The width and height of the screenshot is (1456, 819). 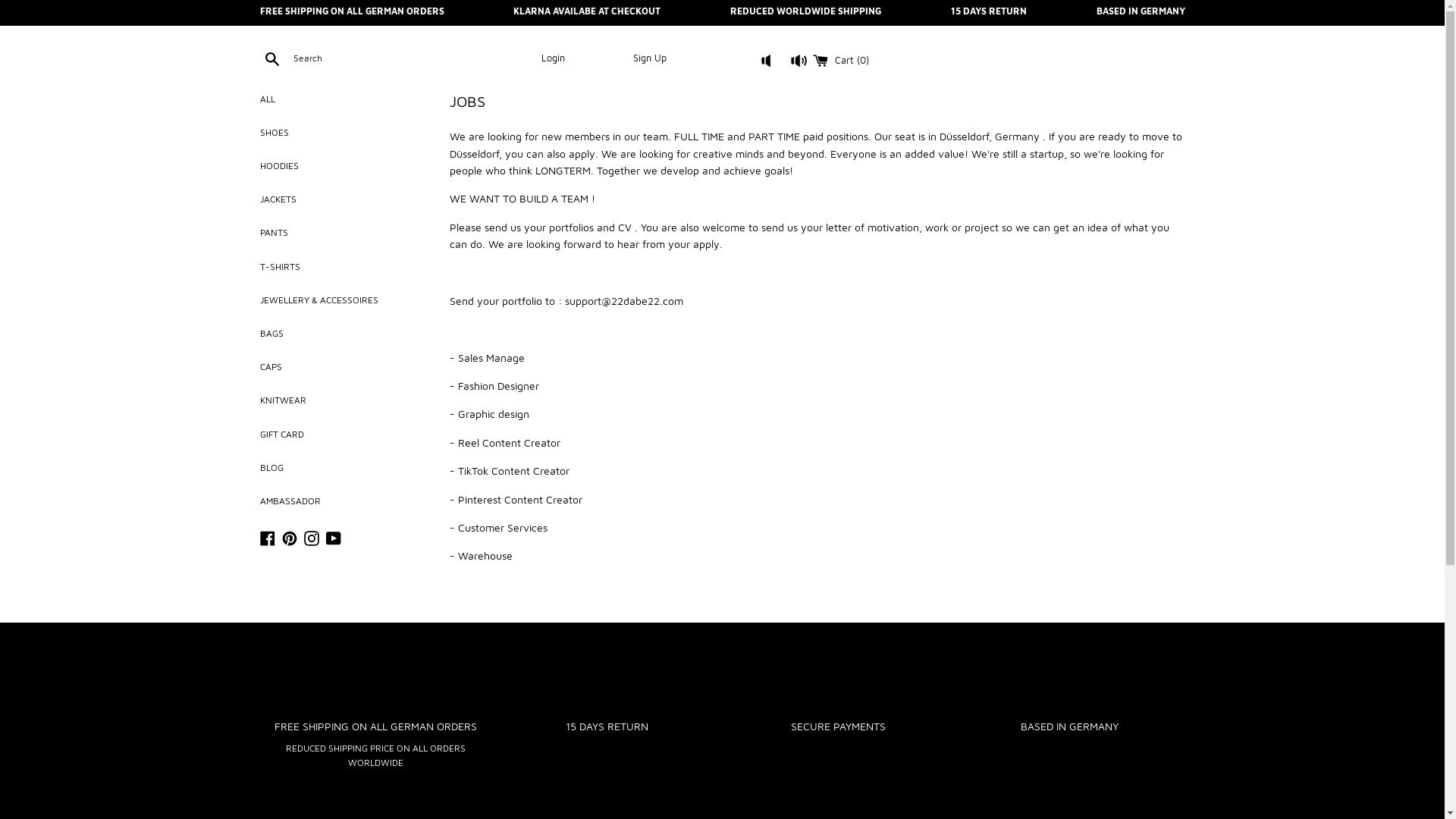 What do you see at coordinates (259, 165) in the screenshot?
I see `'HOODIES'` at bounding box center [259, 165].